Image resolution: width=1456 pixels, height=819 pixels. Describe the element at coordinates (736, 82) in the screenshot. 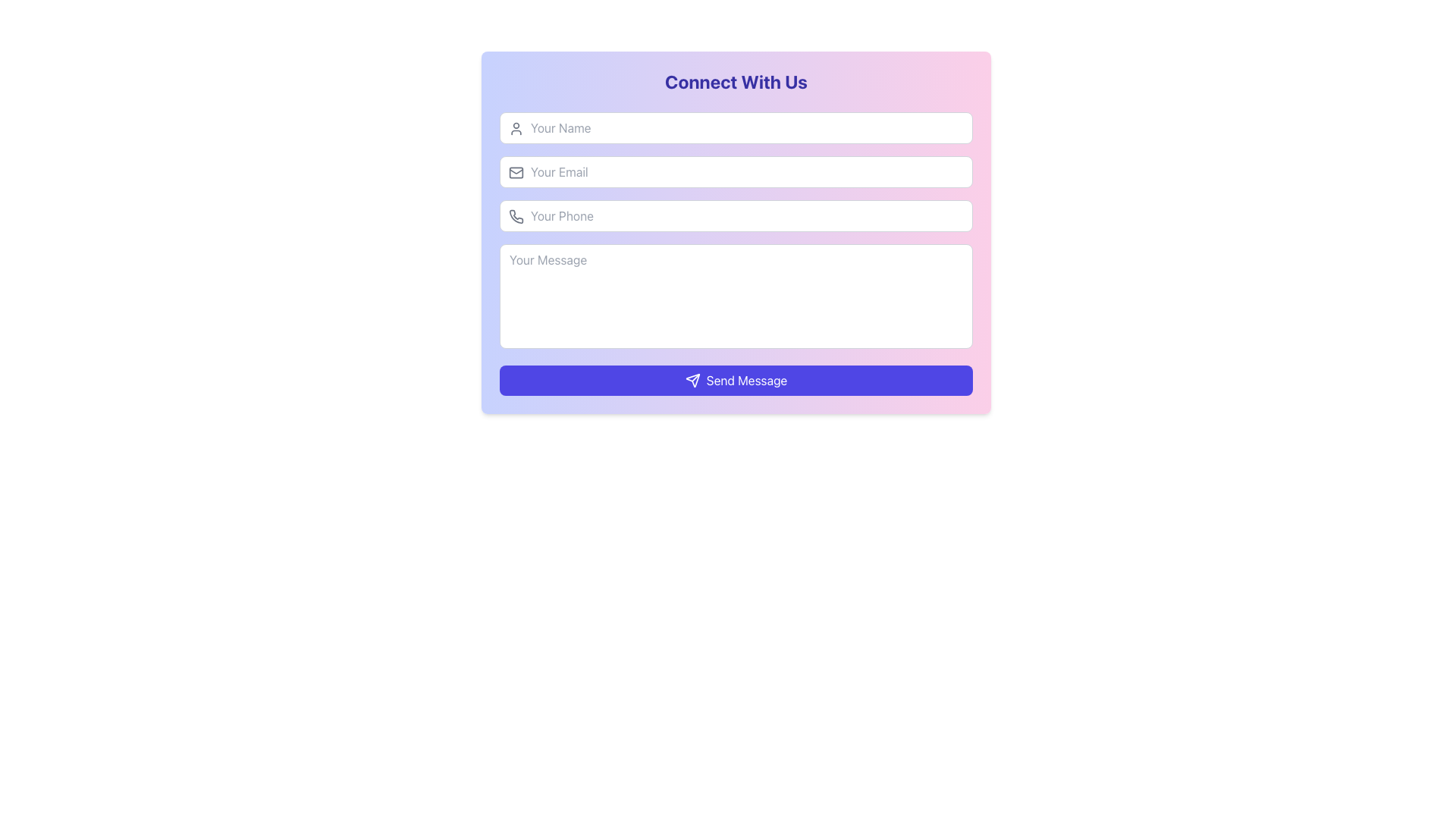

I see `the bold and large header text displaying 'Connect With Us', which is styled in indigo-blue color and positioned at the top center of the panel` at that location.